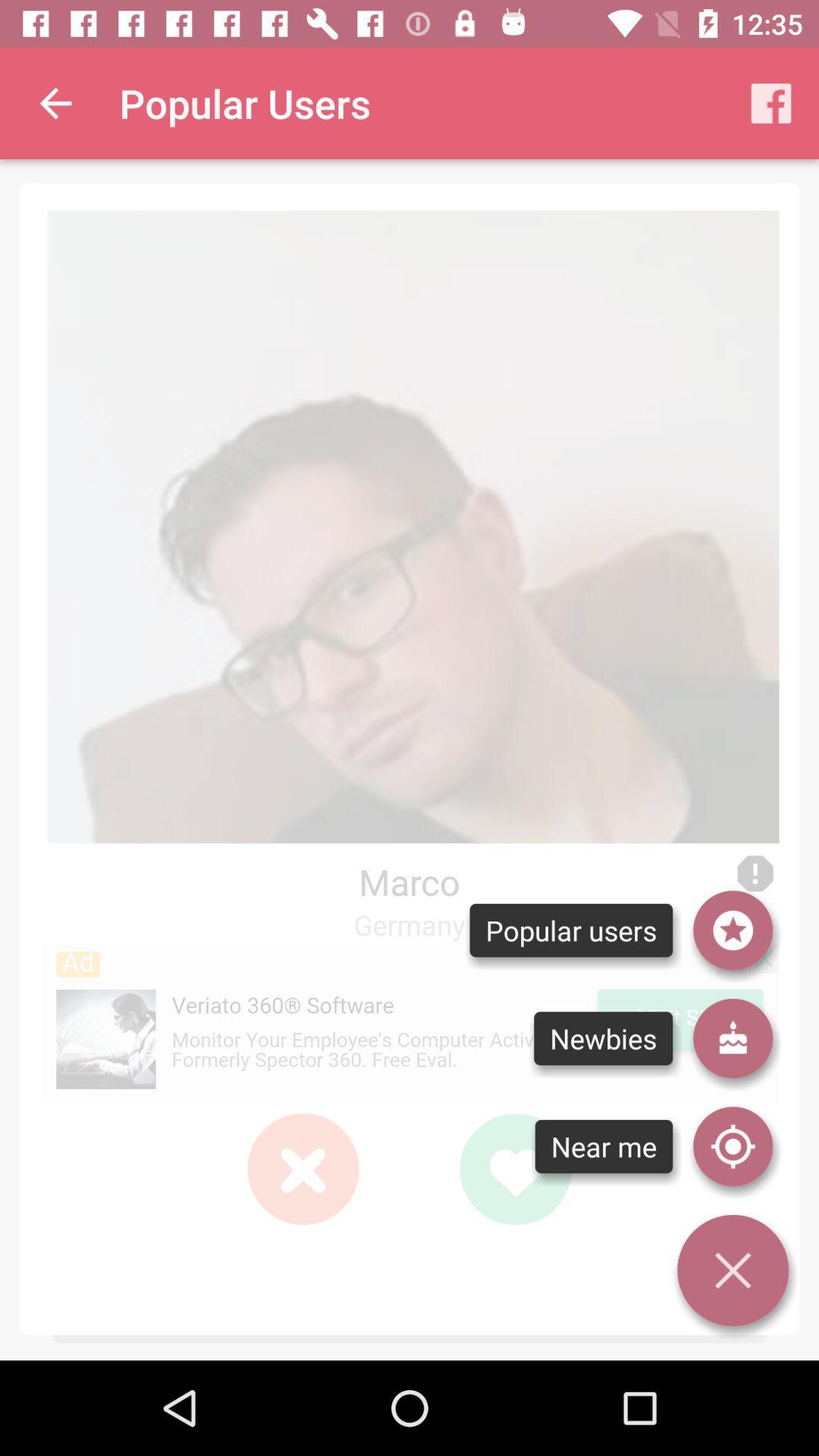 The image size is (819, 1456). Describe the element at coordinates (514, 1168) in the screenshot. I see `the favorite icon` at that location.